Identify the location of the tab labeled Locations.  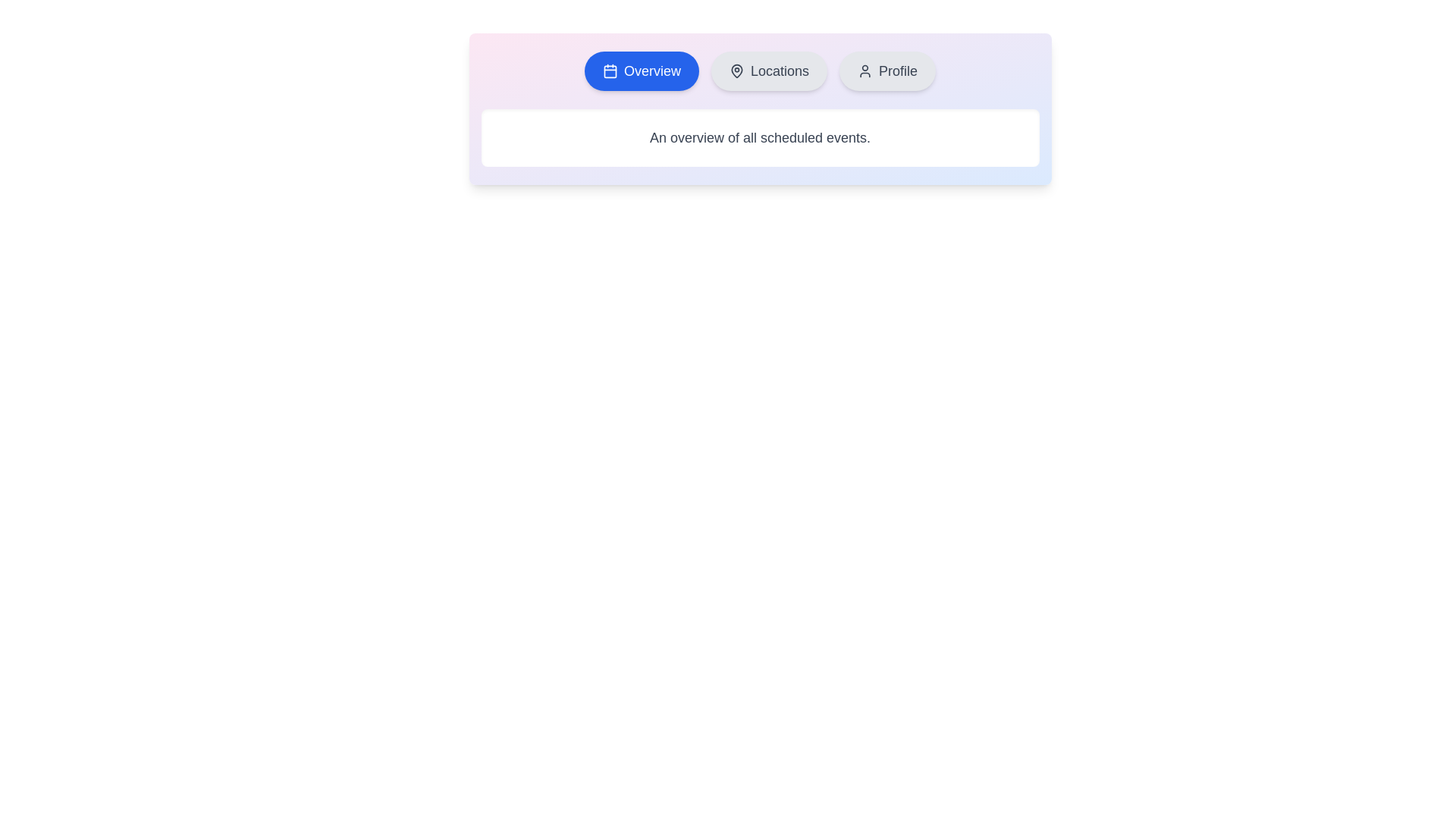
(769, 71).